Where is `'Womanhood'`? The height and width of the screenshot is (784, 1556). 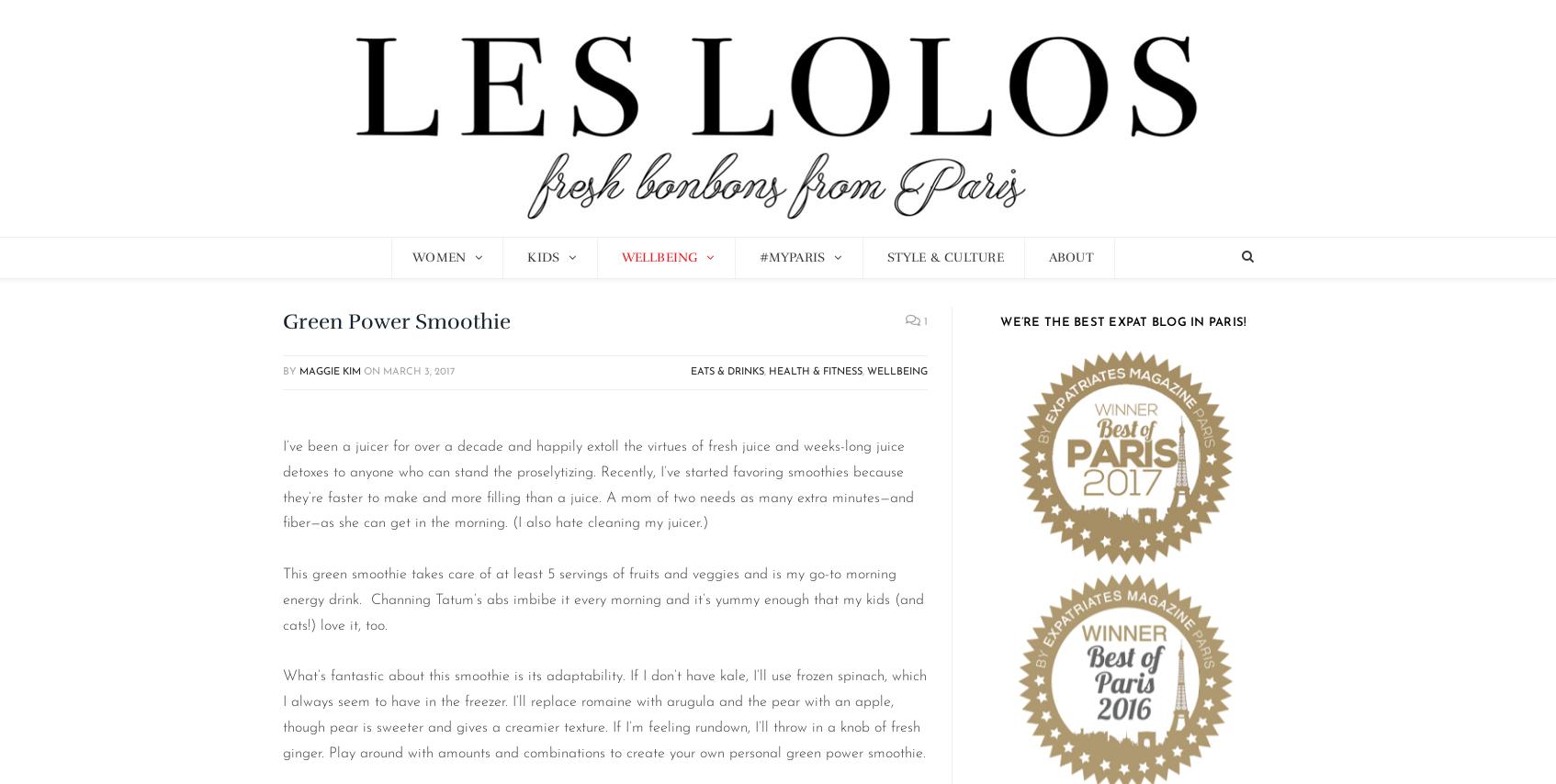
'Womanhood' is located at coordinates (455, 298).